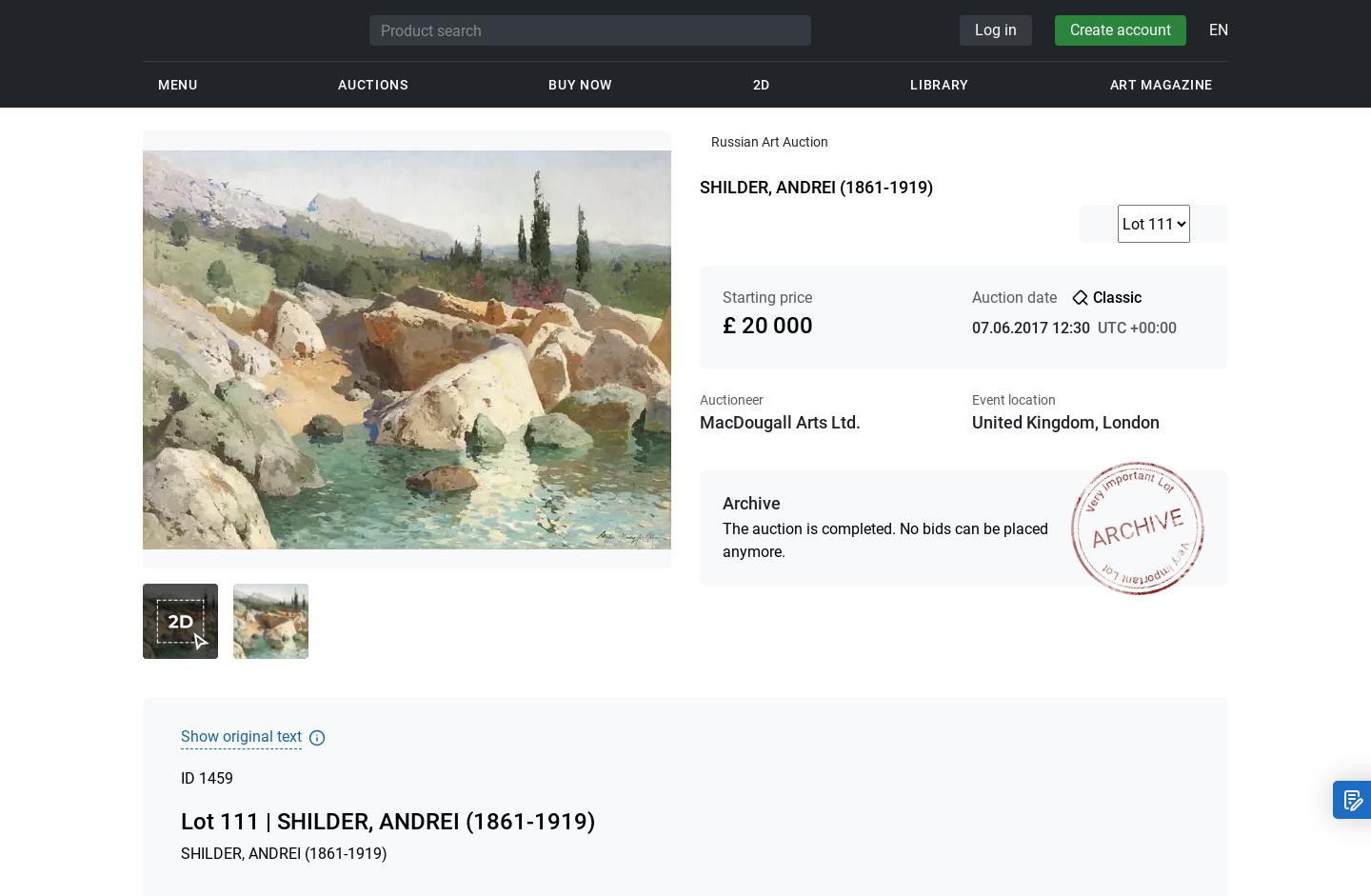 The width and height of the screenshot is (1371, 896). I want to click on 'Archive', so click(751, 503).